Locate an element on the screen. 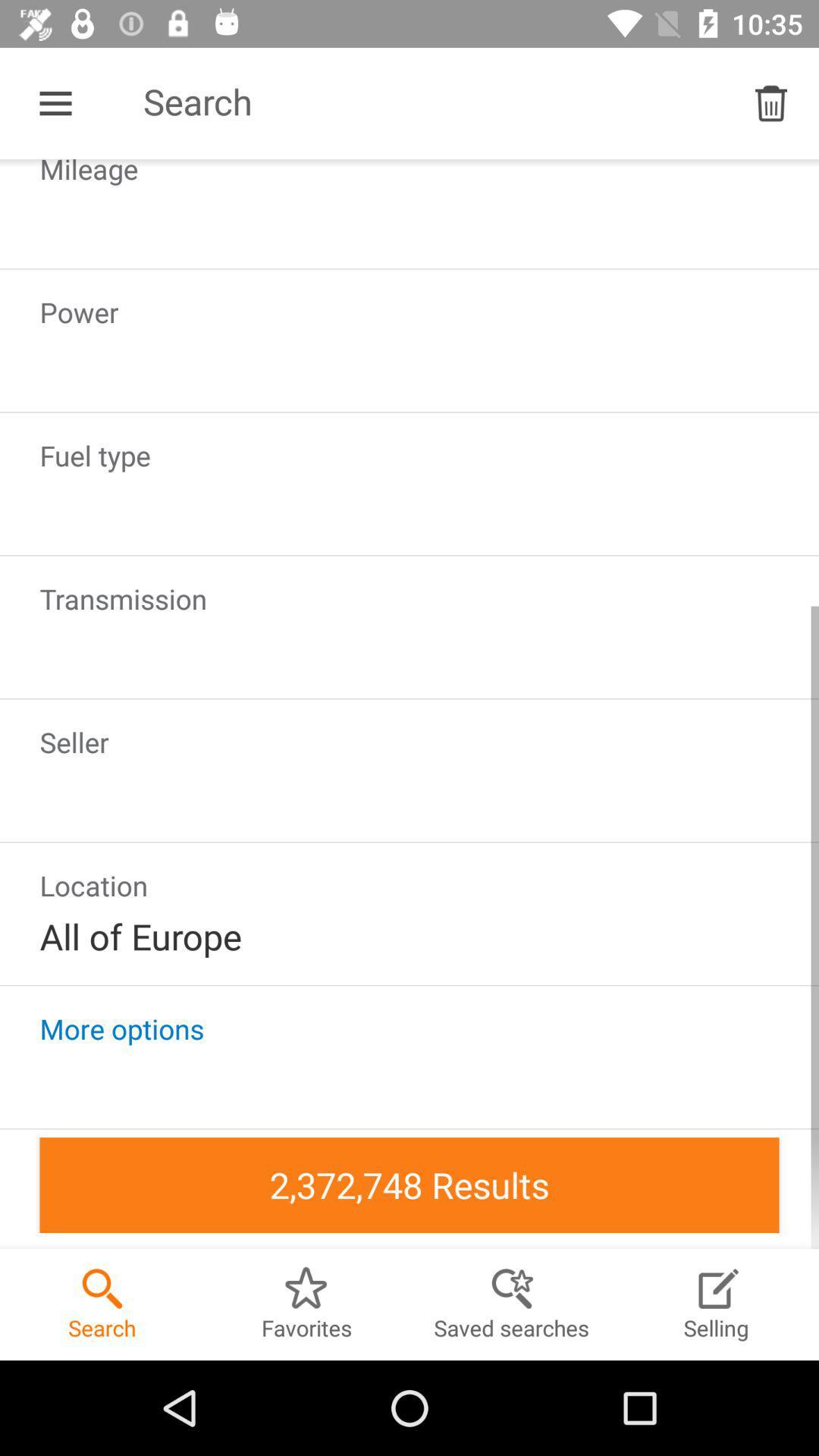  the item at the top right corner is located at coordinates (771, 102).